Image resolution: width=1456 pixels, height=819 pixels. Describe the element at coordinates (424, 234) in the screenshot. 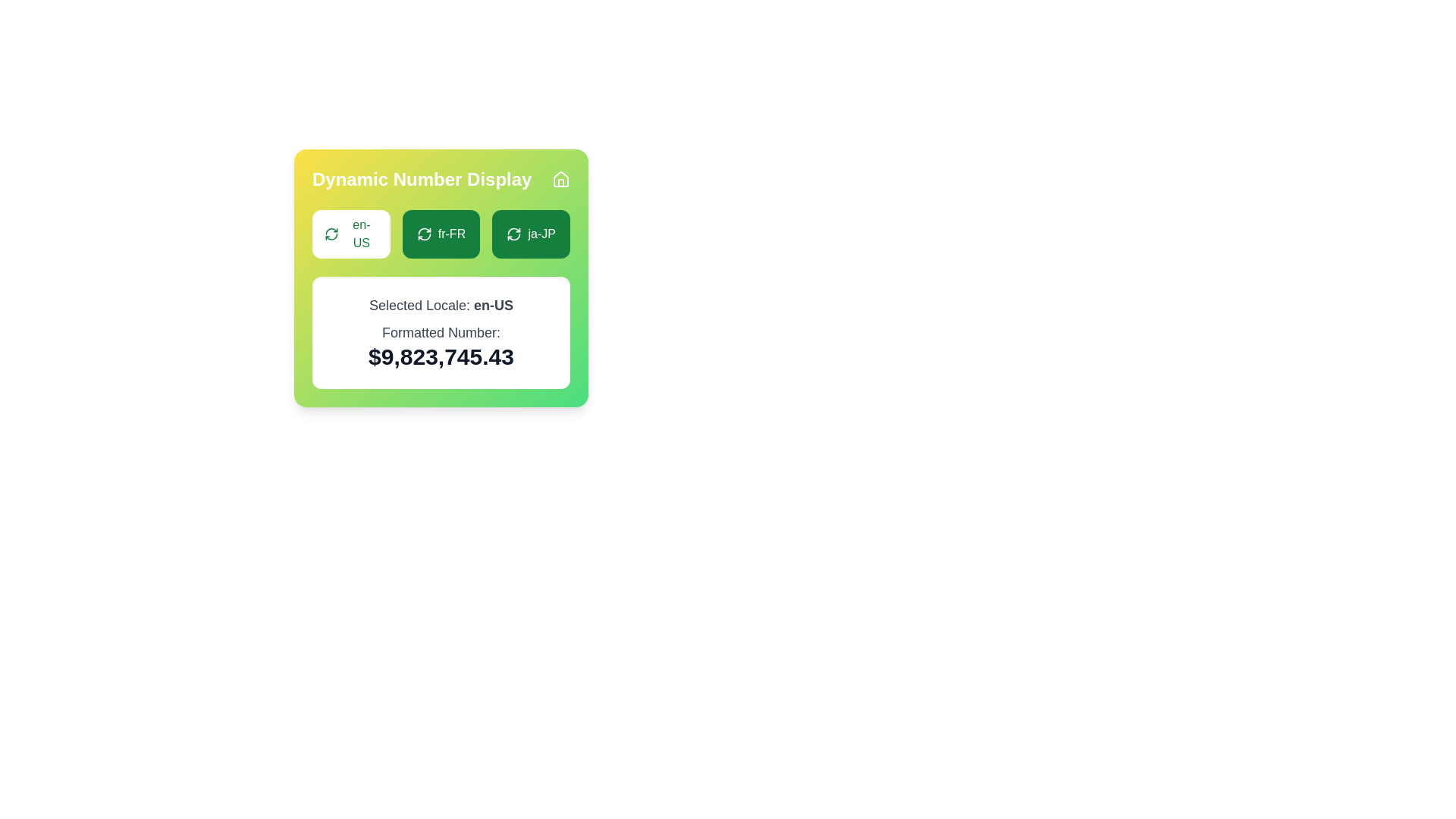

I see `the refresh icon within the 'fr-FR' button, which is the second button in a row of three buttons at the top of the 'Dynamic Number Display' card` at that location.